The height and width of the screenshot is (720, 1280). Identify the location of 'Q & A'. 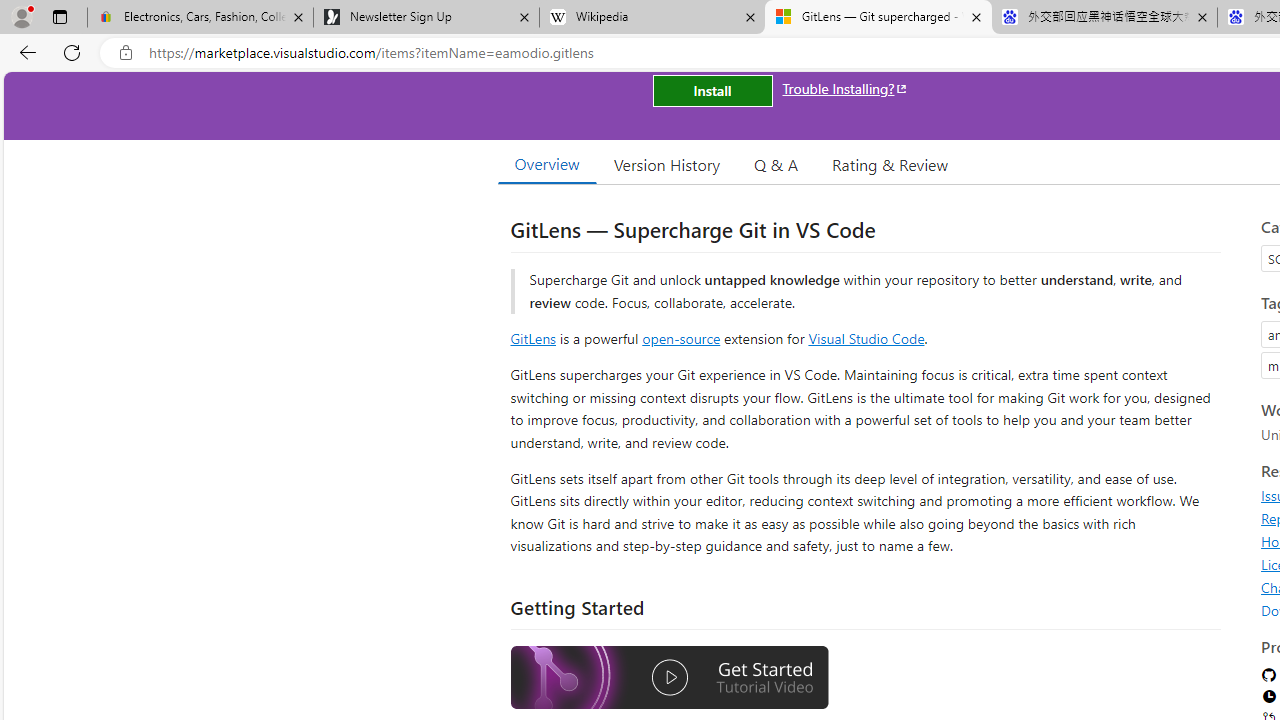
(775, 163).